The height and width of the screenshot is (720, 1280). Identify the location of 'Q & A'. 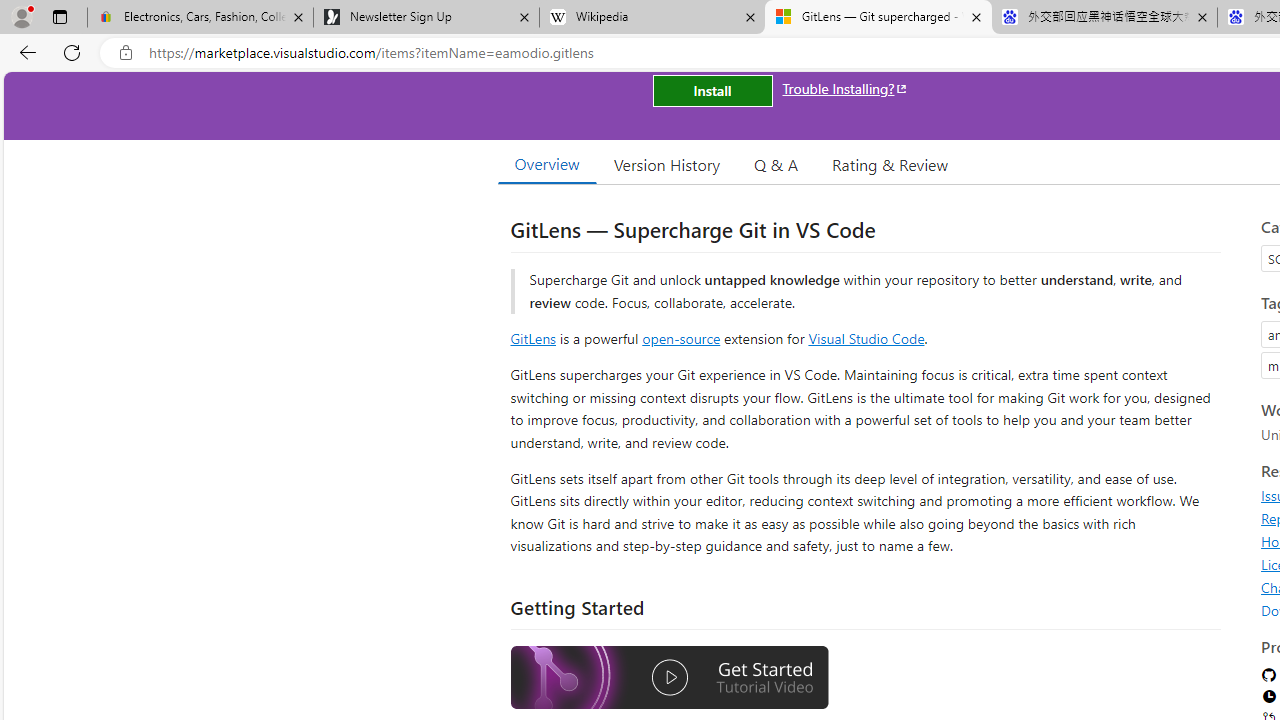
(775, 163).